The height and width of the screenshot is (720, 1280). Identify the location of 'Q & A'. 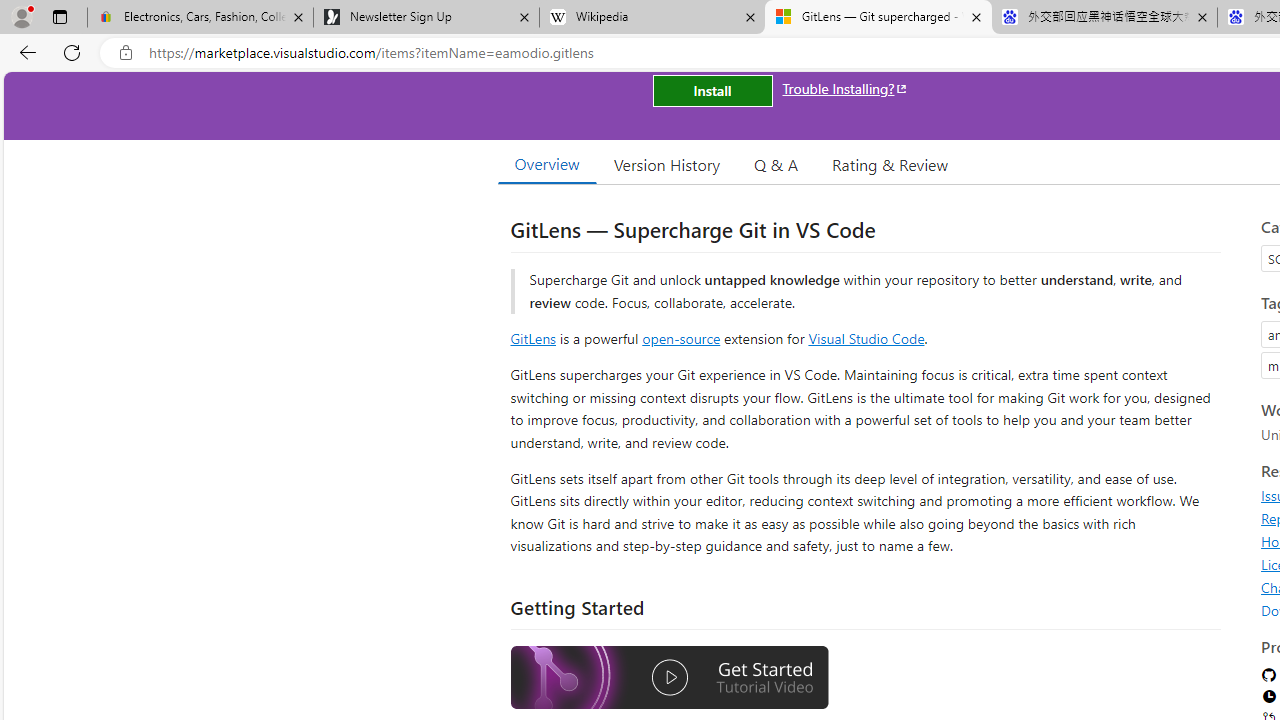
(775, 163).